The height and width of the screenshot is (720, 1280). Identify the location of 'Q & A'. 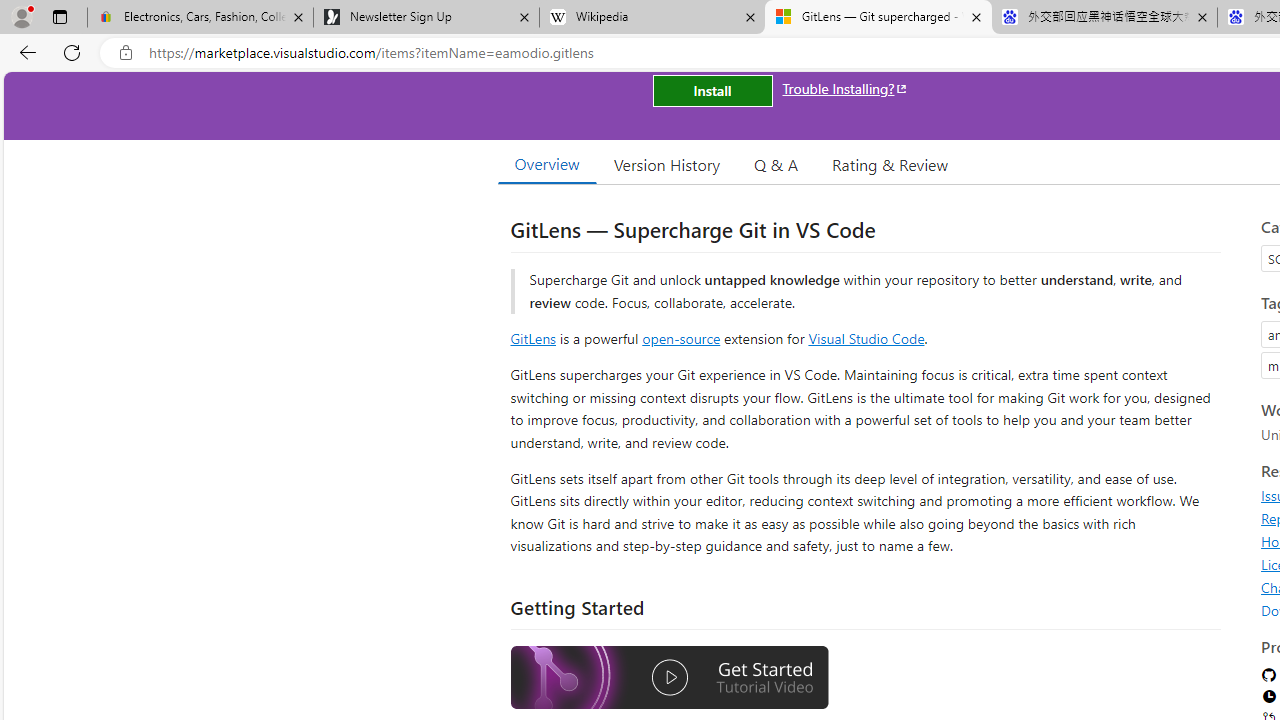
(775, 163).